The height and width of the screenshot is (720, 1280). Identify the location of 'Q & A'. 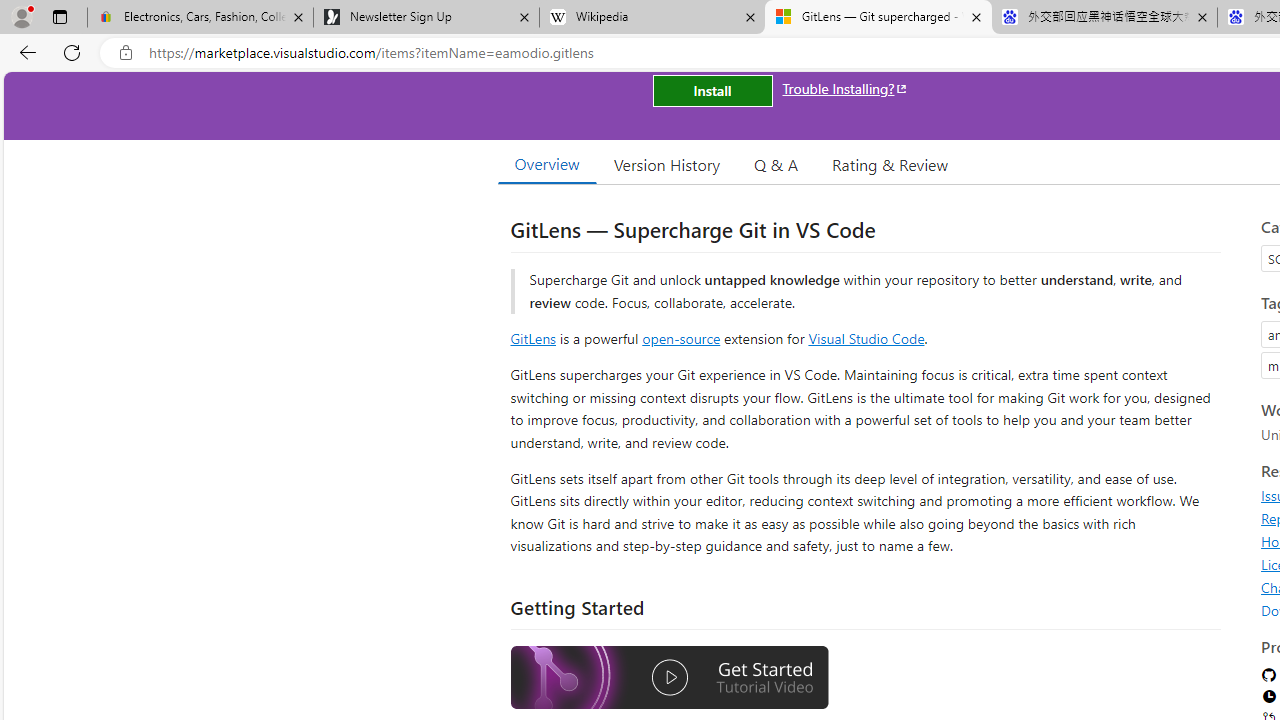
(775, 163).